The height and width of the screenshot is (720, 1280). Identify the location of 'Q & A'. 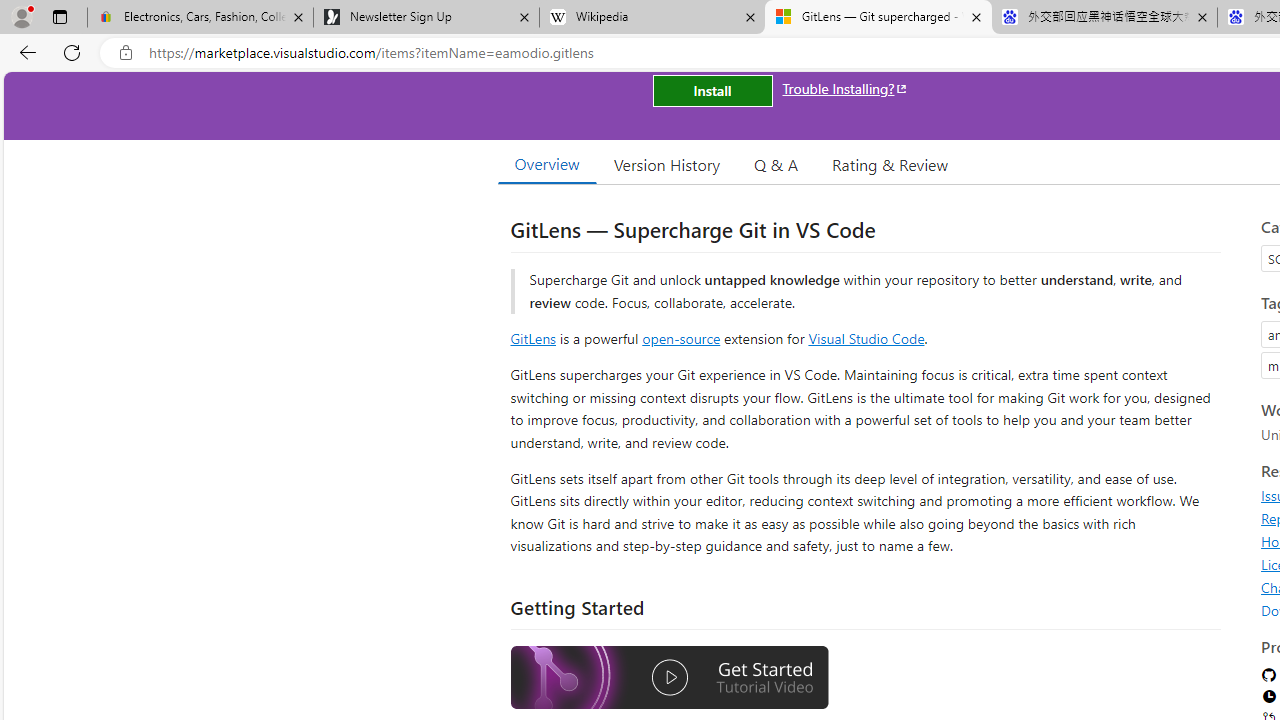
(775, 163).